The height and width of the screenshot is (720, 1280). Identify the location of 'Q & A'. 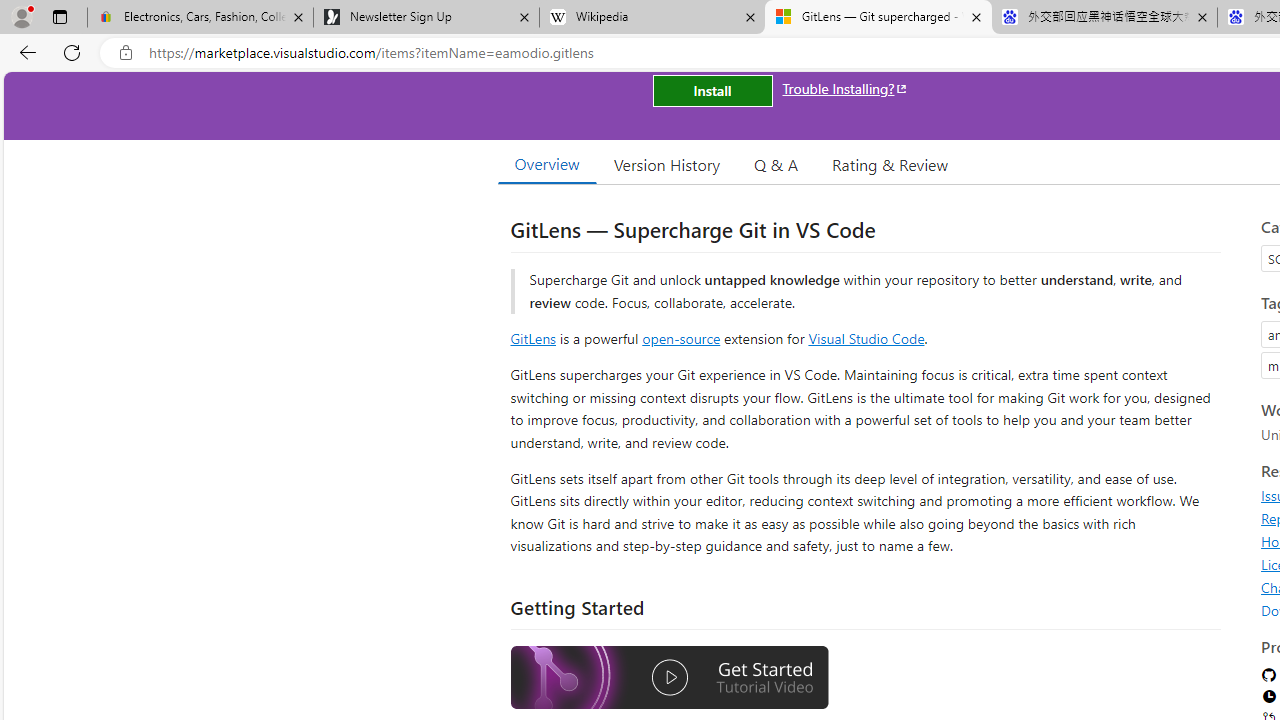
(775, 163).